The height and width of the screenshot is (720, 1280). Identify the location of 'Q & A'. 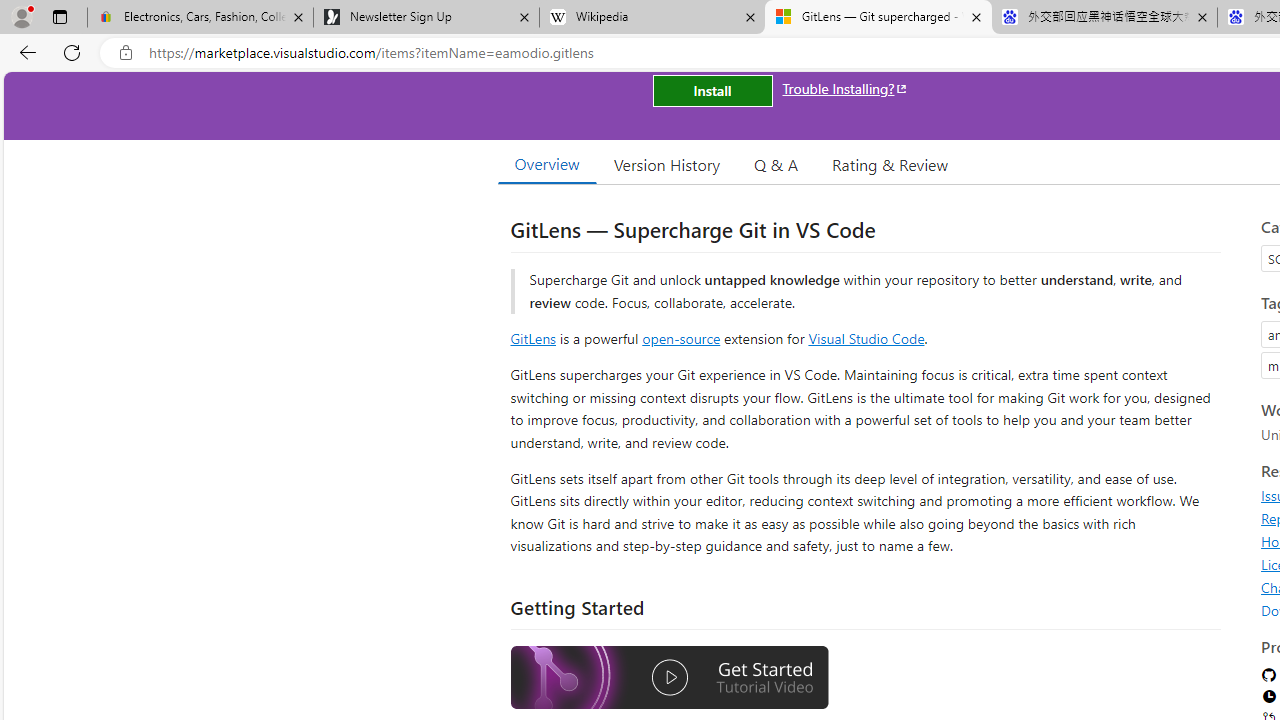
(775, 163).